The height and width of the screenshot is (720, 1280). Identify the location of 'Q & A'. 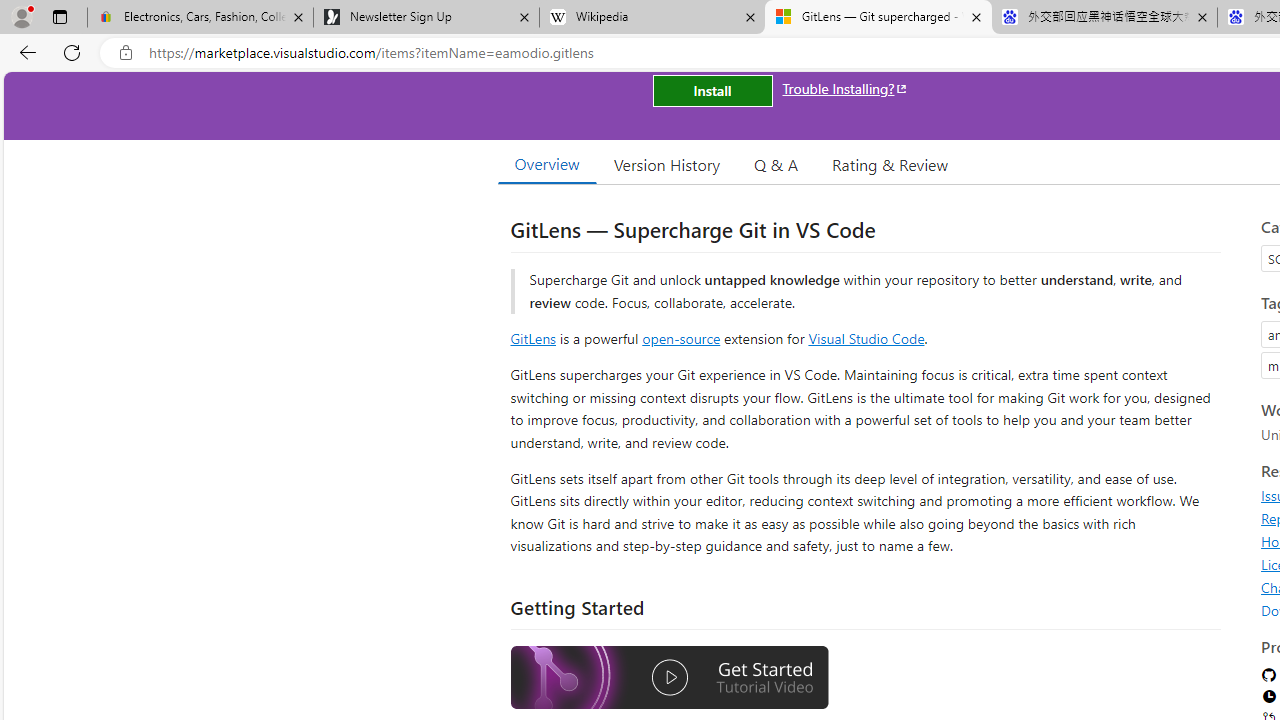
(775, 163).